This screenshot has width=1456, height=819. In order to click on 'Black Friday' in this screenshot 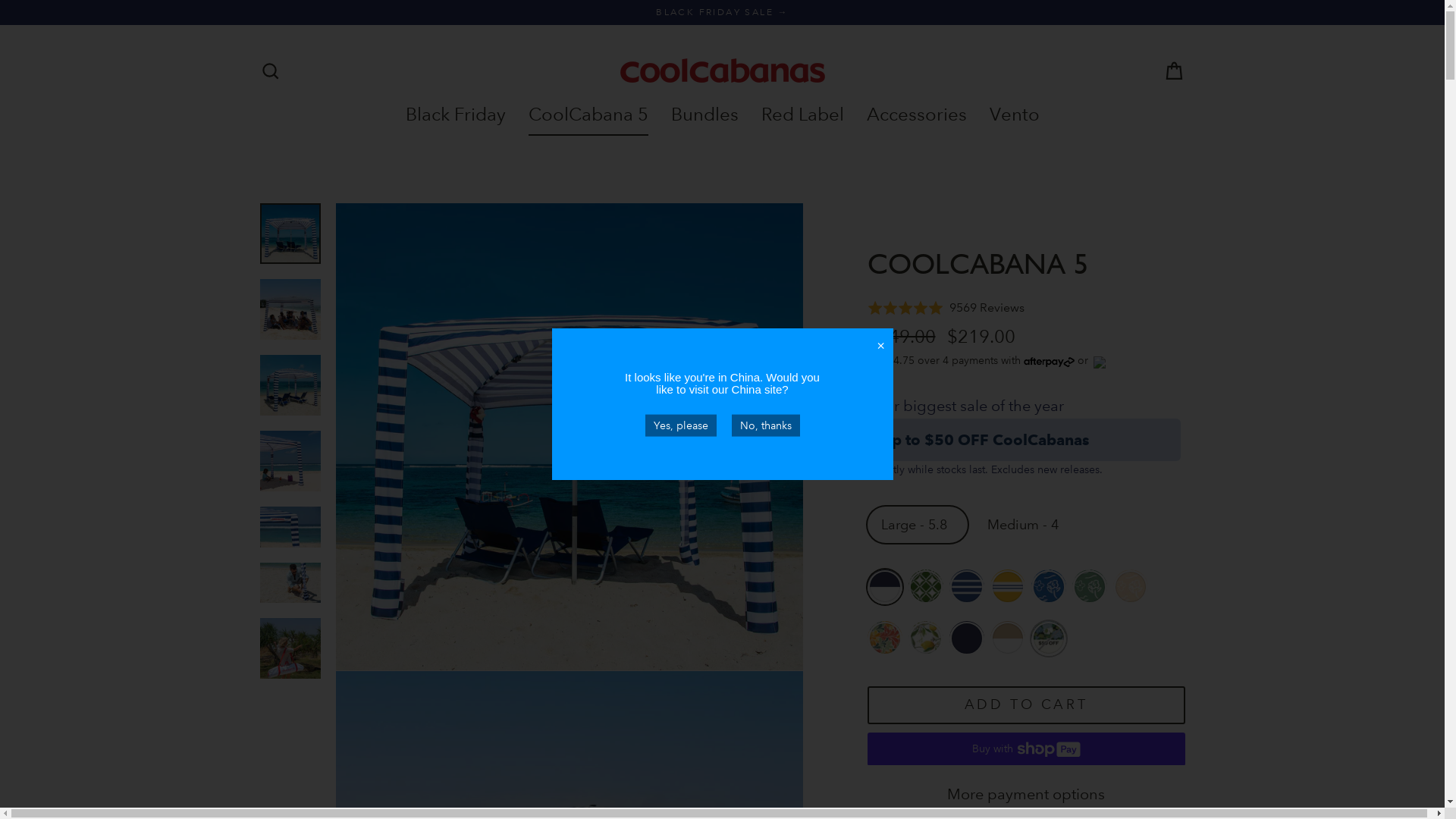, I will do `click(394, 113)`.